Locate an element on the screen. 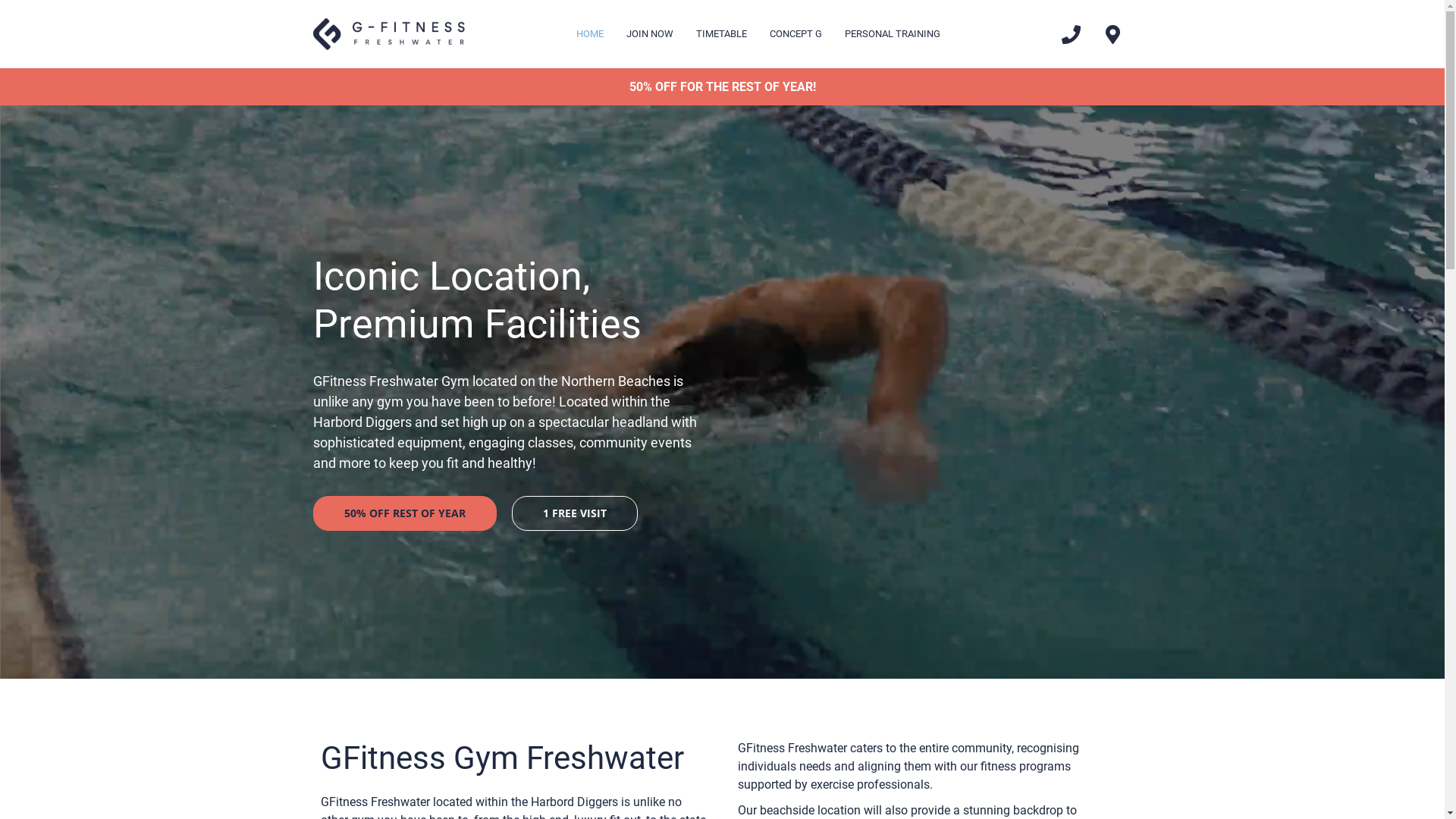  '50% OFF FOR THE REST OF YEAR!' is located at coordinates (720, 86).